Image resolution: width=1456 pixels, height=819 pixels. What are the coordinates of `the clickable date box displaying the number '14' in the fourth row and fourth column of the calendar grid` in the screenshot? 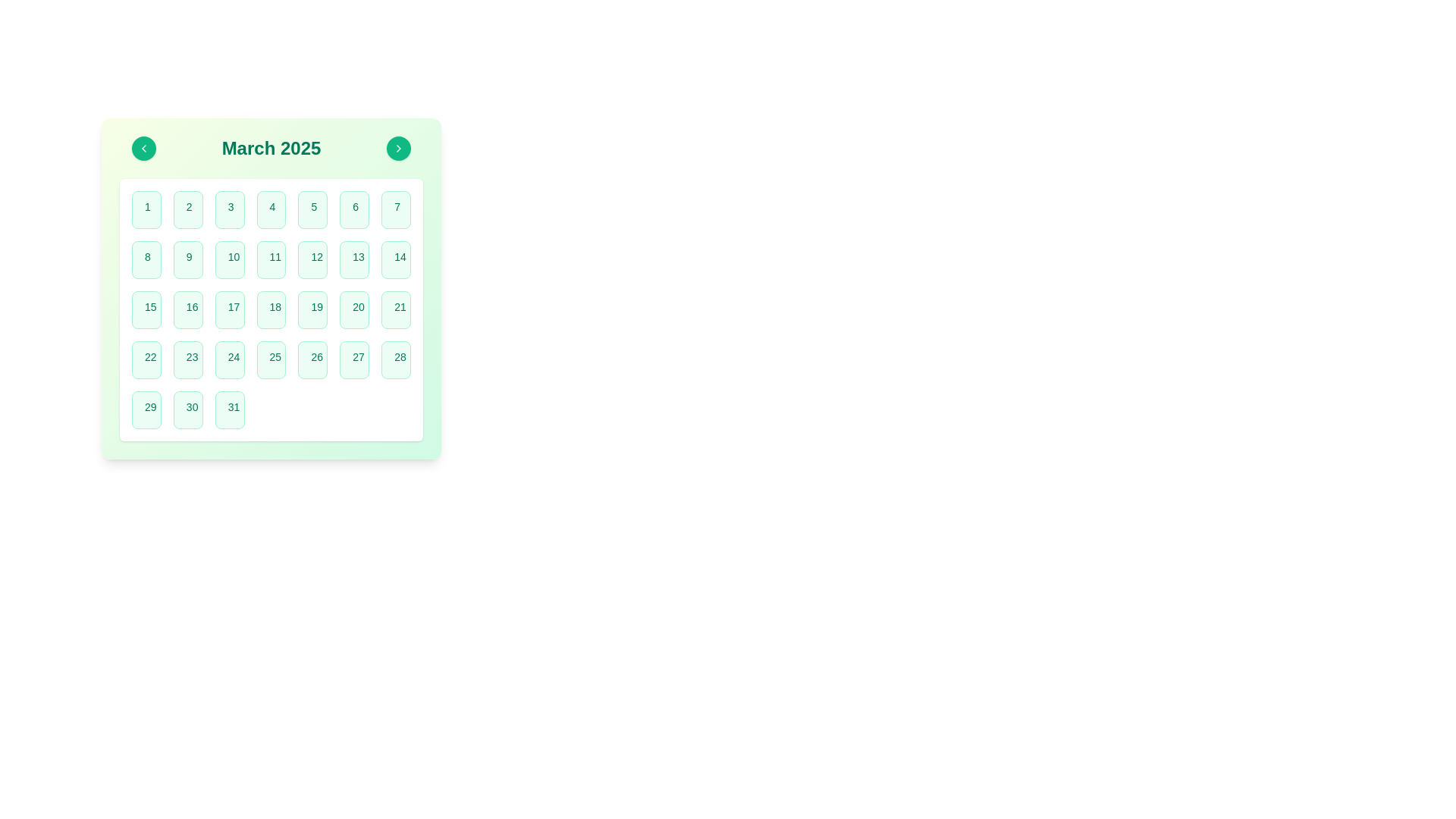 It's located at (396, 259).